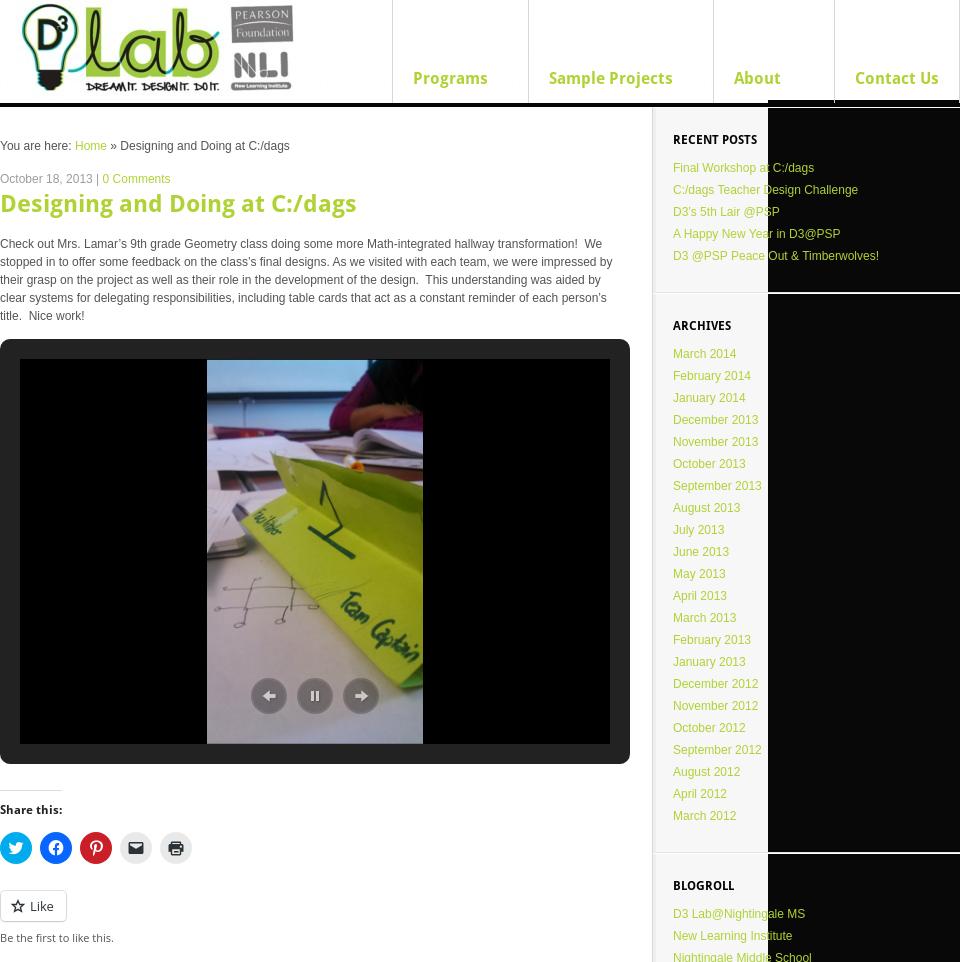 The height and width of the screenshot is (962, 960). What do you see at coordinates (672, 551) in the screenshot?
I see `'June 2013'` at bounding box center [672, 551].